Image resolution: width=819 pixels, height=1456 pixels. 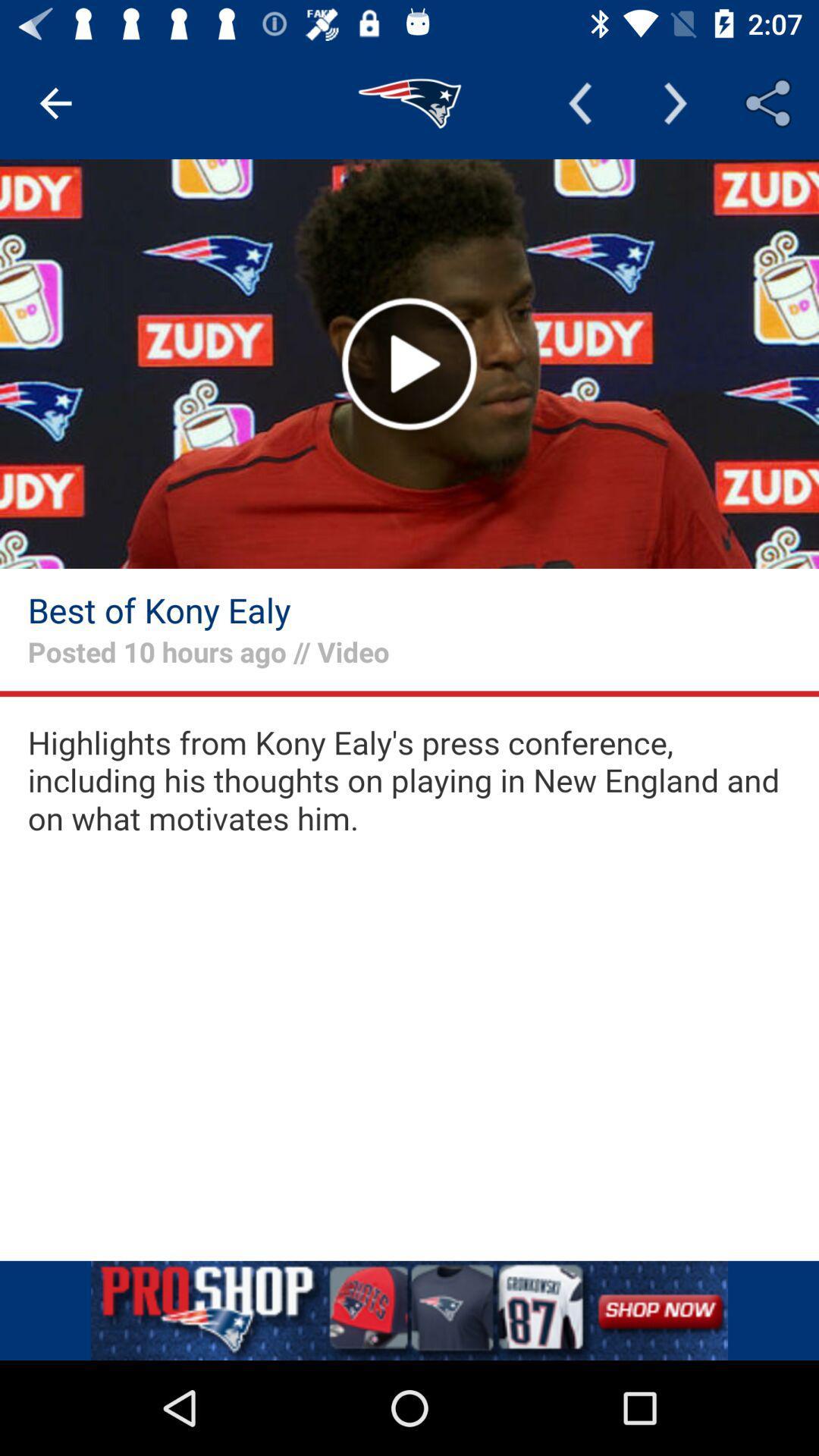 I want to click on remove the add, so click(x=409, y=1310).